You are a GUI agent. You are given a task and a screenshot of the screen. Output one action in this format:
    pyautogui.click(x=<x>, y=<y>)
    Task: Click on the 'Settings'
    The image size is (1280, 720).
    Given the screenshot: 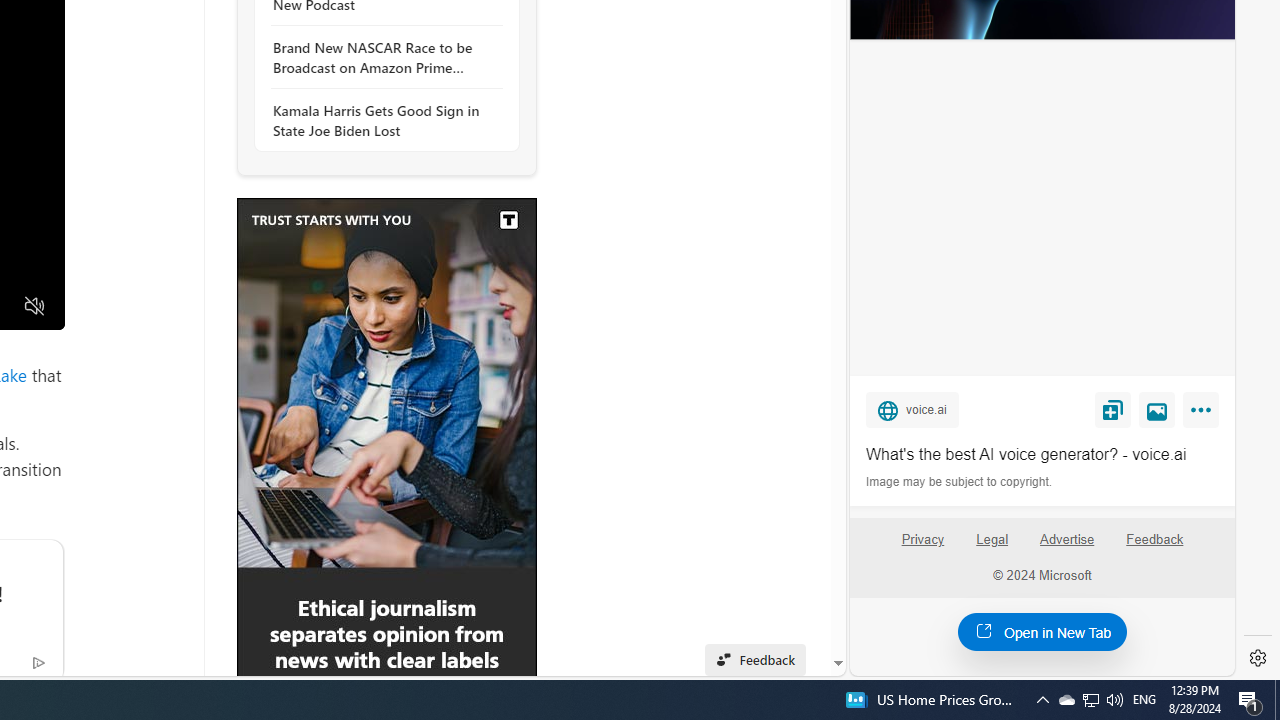 What is the action you would take?
    pyautogui.click(x=1257, y=658)
    